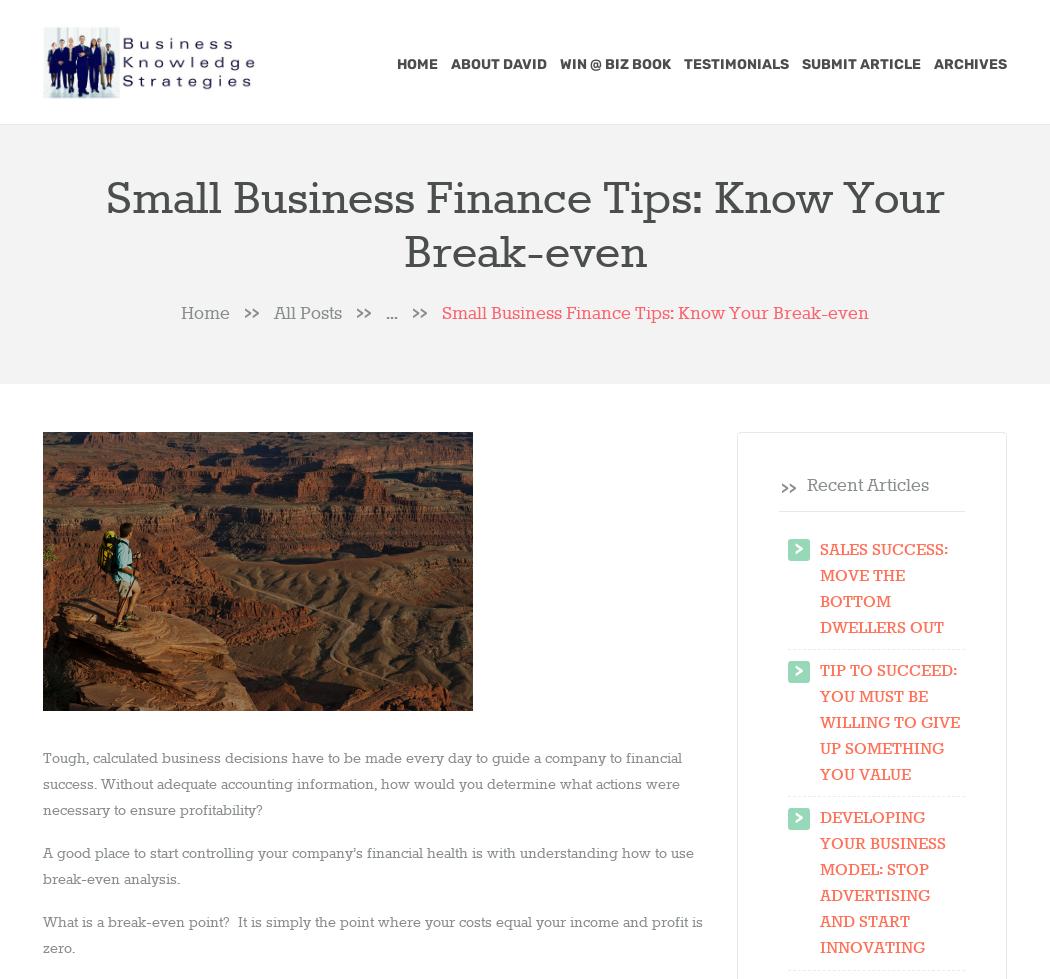 The height and width of the screenshot is (979, 1050). I want to click on 'Tip to Succeed: You Must Be Willing To Give Up Something You Value', so click(818, 722).